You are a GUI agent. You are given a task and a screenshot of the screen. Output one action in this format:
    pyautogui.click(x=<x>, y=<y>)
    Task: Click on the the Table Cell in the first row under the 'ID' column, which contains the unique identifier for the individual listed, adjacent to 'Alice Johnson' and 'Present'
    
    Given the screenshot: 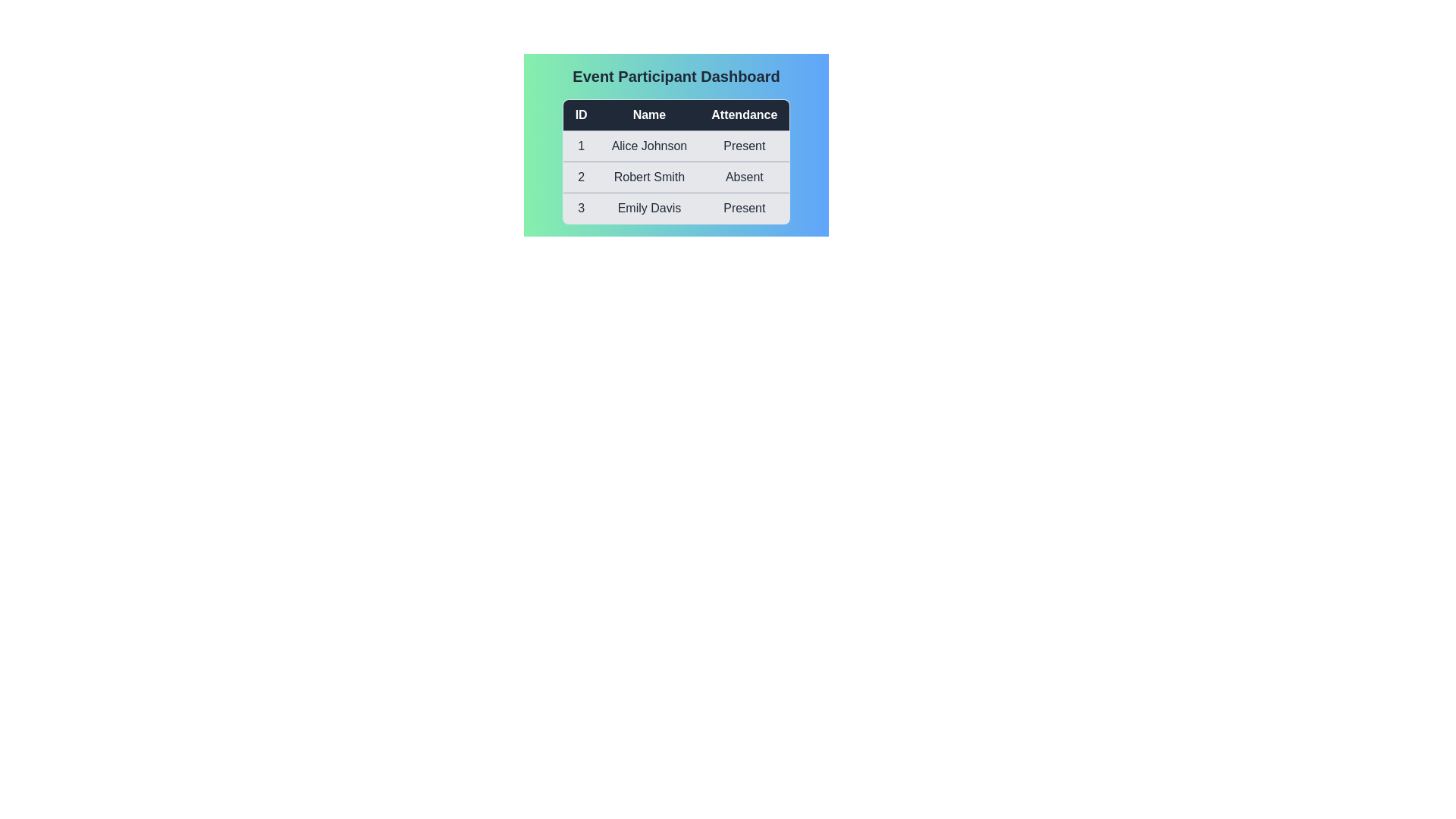 What is the action you would take?
    pyautogui.click(x=580, y=146)
    